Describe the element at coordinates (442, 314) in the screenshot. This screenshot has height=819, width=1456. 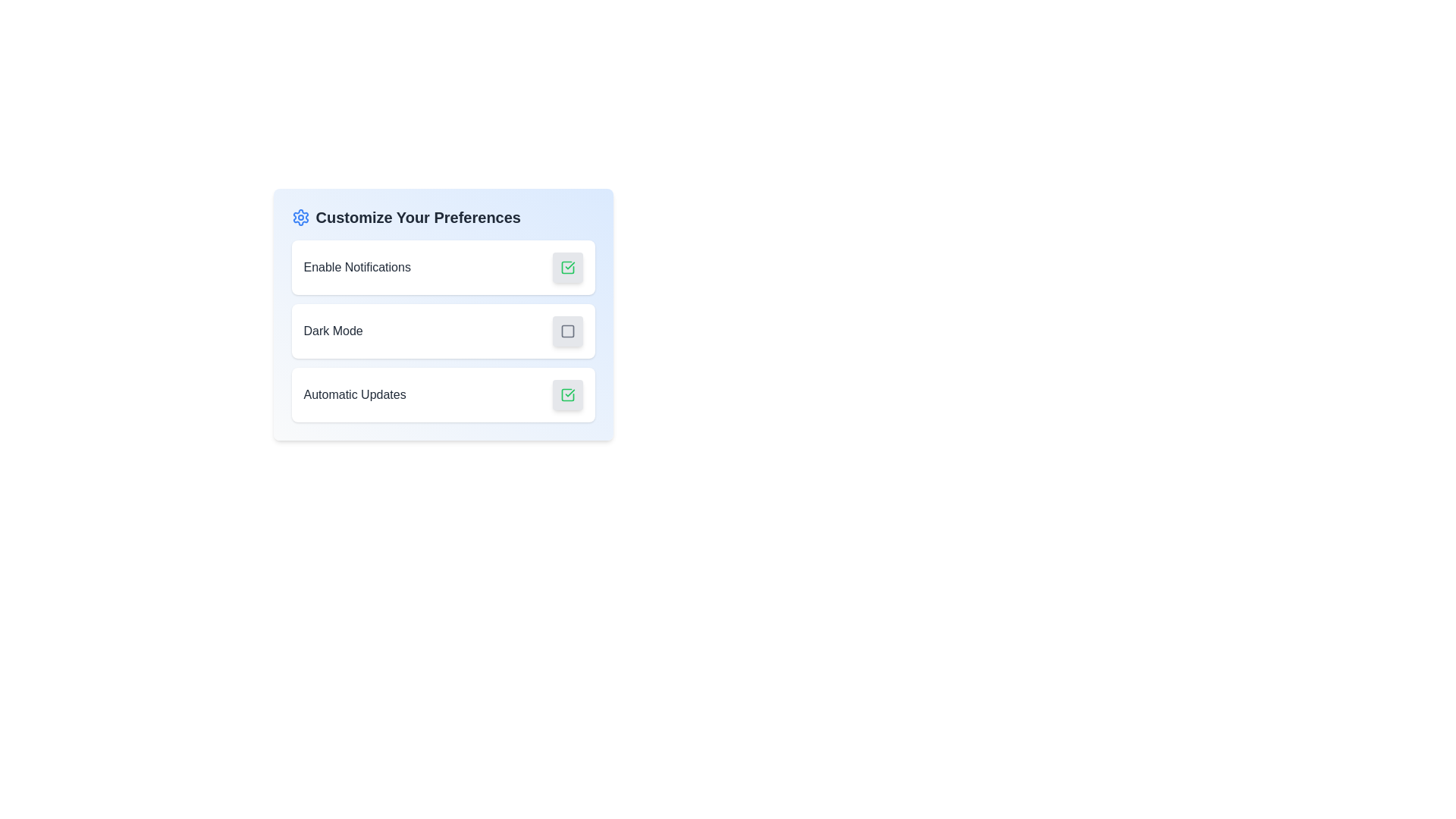
I see `the second option 'Dark Mode' in the Toggle Setting Item titled 'Customize Your Preferences'` at that location.